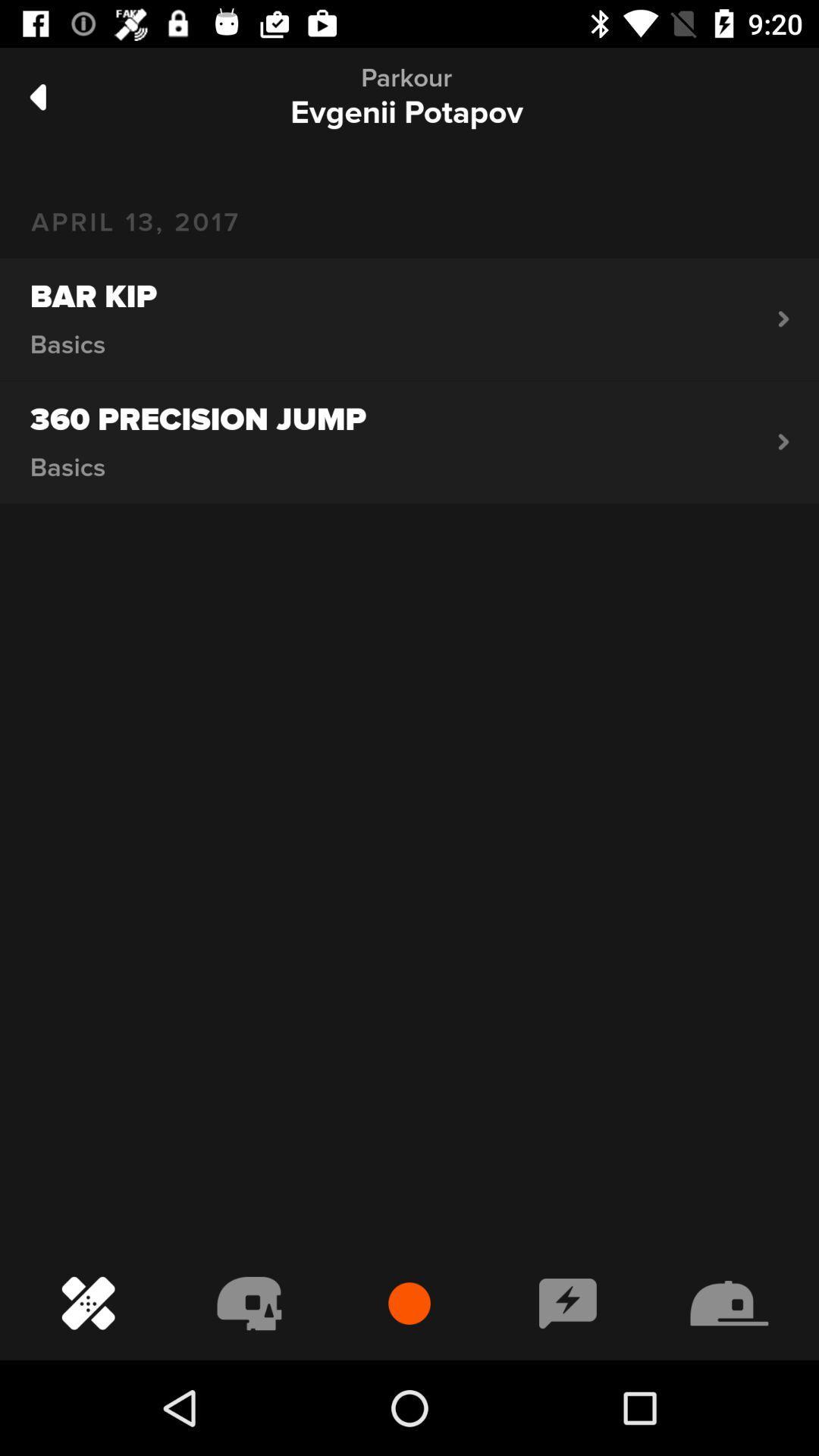  Describe the element at coordinates (568, 1303) in the screenshot. I see `the fourth icon on the navigation bar` at that location.